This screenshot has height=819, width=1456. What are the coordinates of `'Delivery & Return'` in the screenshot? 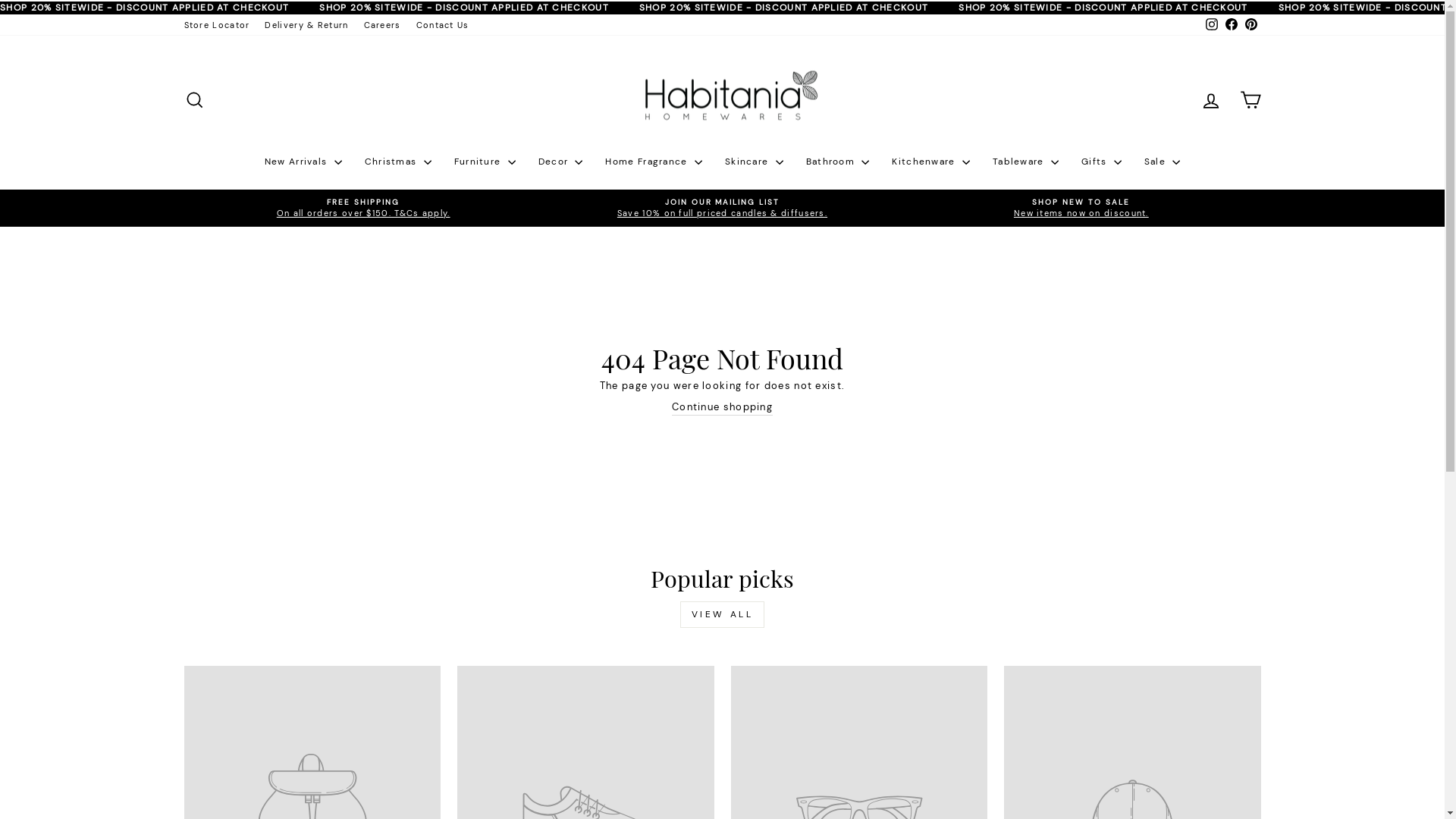 It's located at (305, 25).